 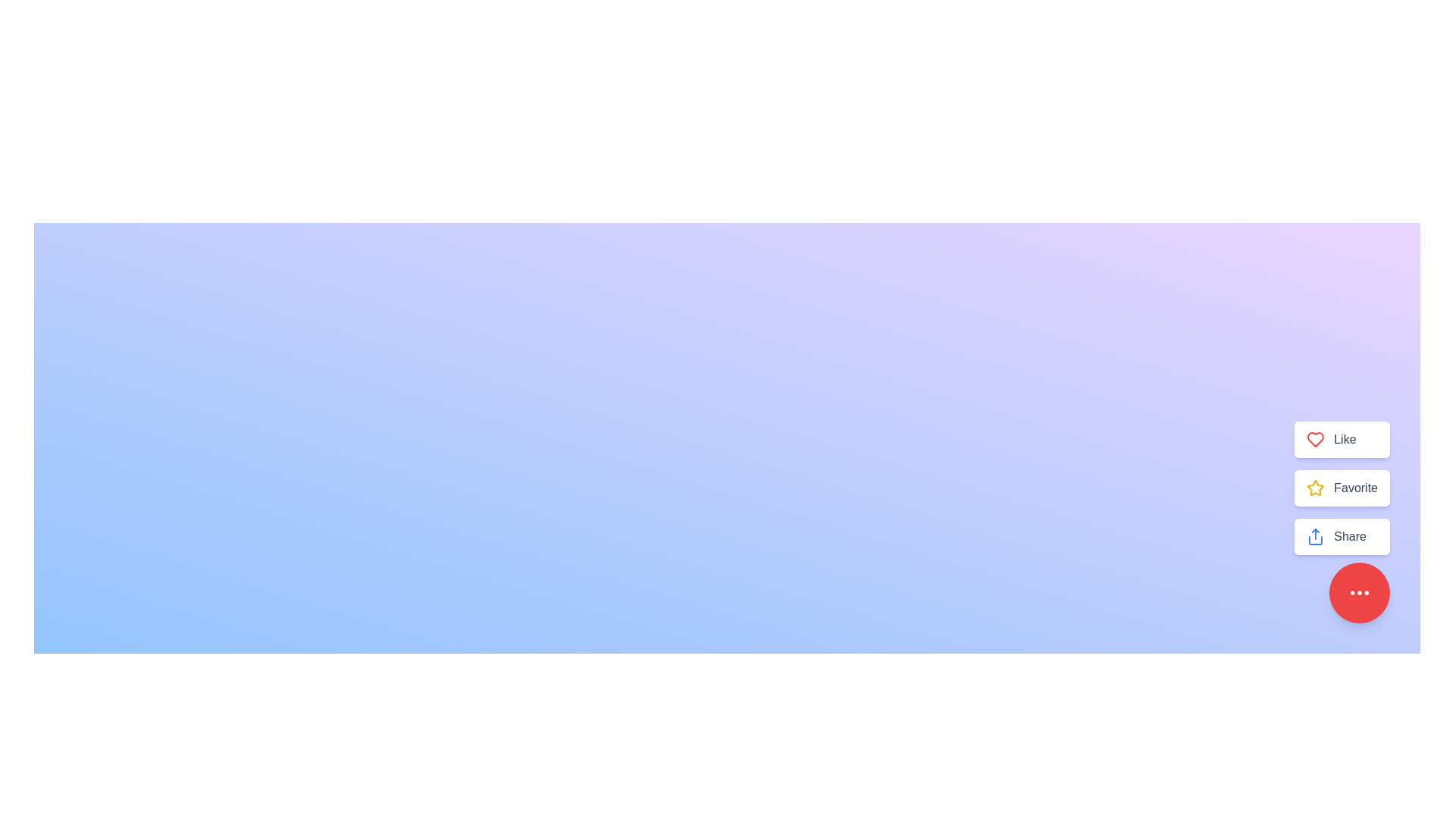 What do you see at coordinates (1342, 488) in the screenshot?
I see `the 'Favorite' button` at bounding box center [1342, 488].